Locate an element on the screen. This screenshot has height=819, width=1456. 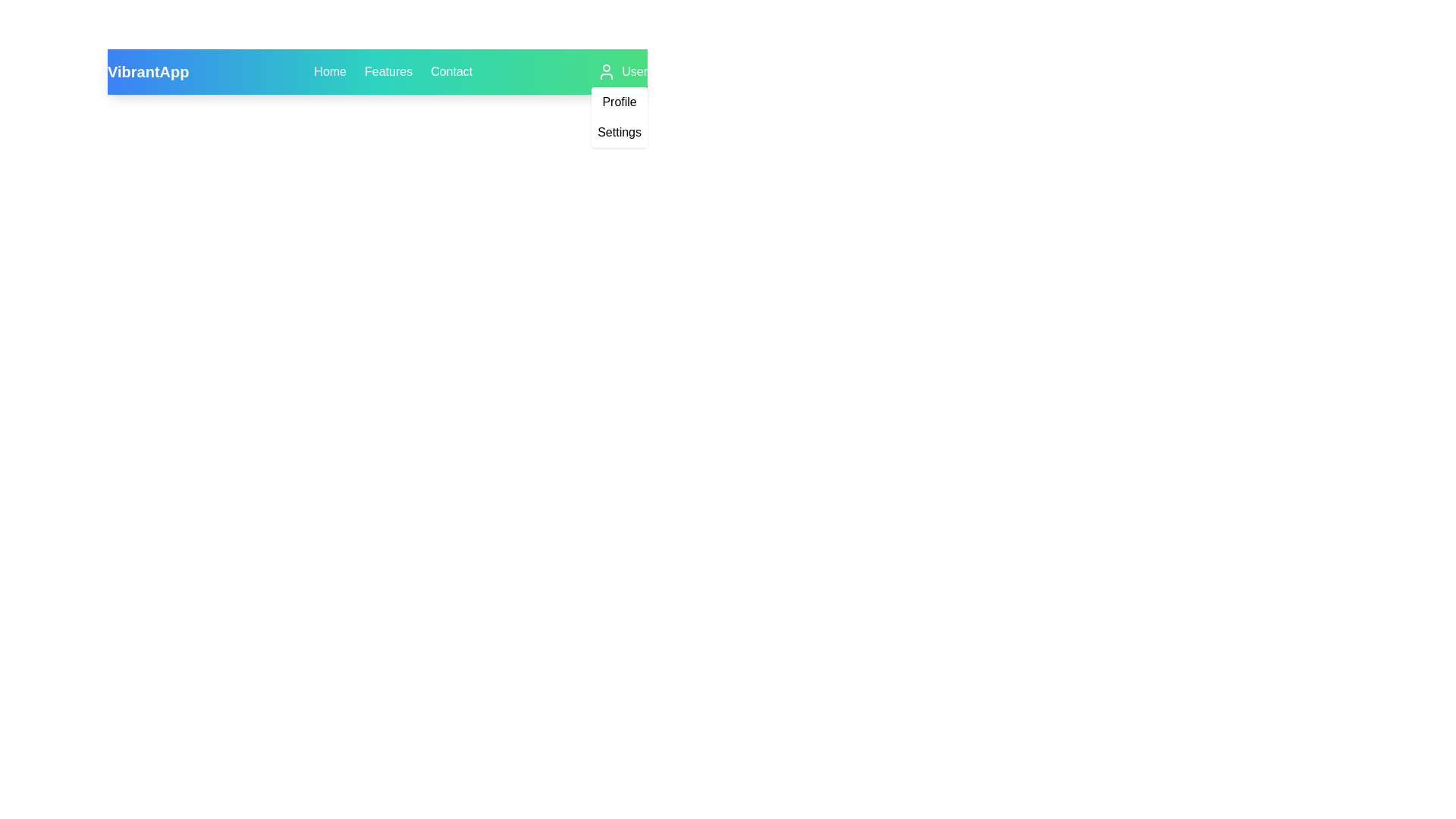
the Contact navigation link is located at coordinates (450, 72).